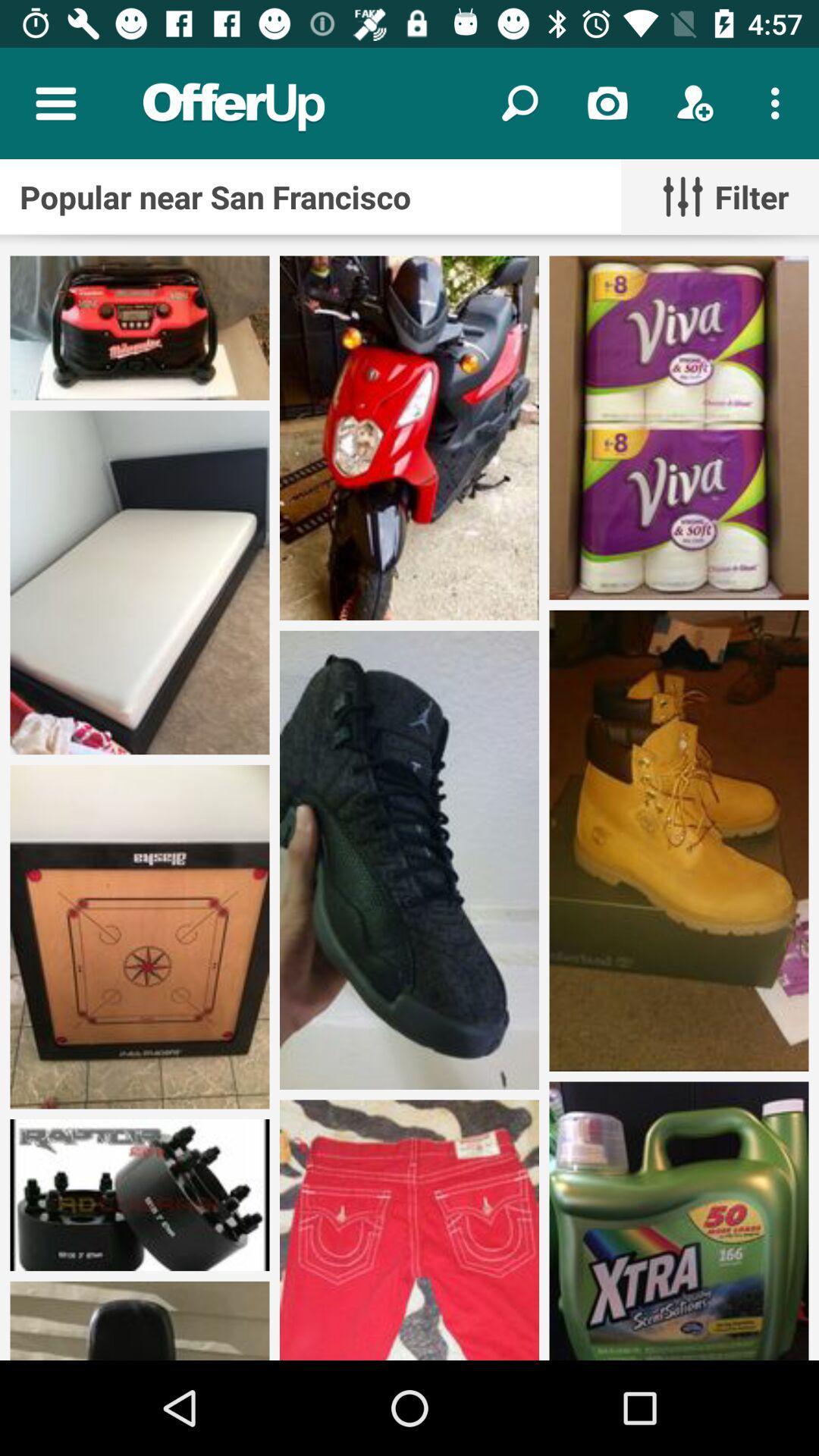  Describe the element at coordinates (678, 1221) in the screenshot. I see `the image of third column third image` at that location.